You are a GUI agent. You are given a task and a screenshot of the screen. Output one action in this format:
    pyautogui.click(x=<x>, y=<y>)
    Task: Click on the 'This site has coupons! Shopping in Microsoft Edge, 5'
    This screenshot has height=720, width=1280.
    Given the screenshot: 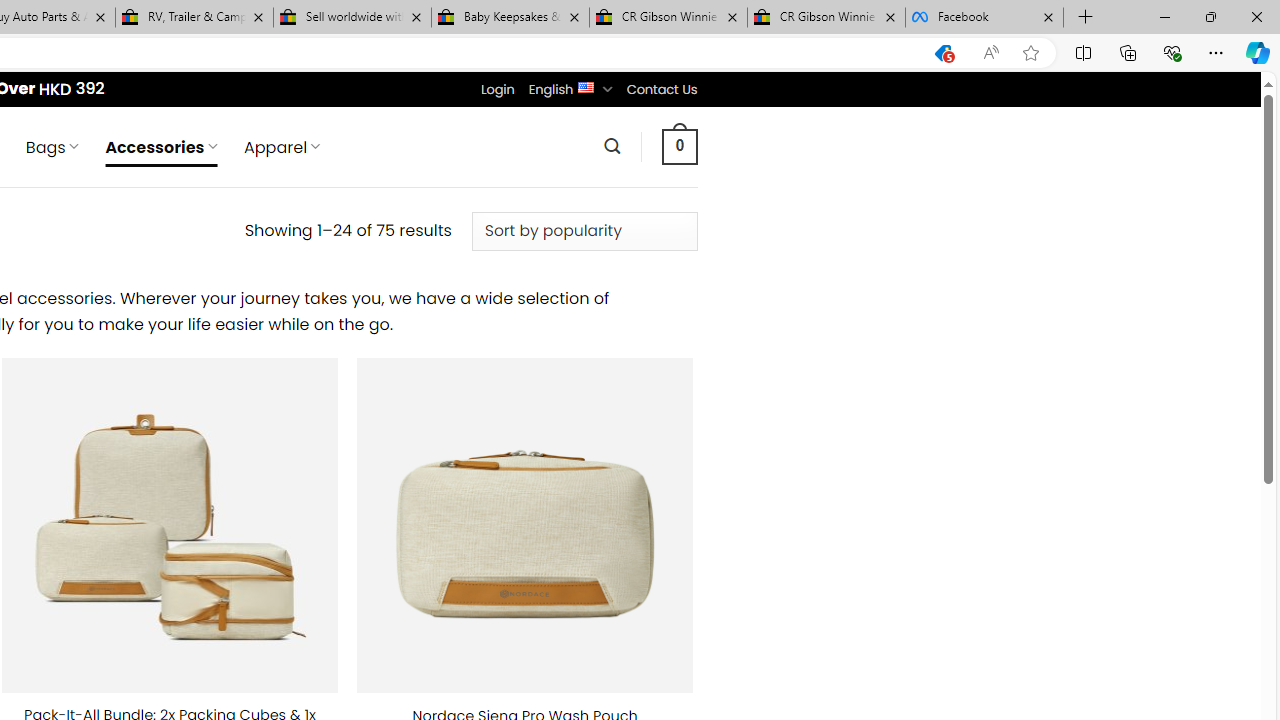 What is the action you would take?
    pyautogui.click(x=942, y=52)
    